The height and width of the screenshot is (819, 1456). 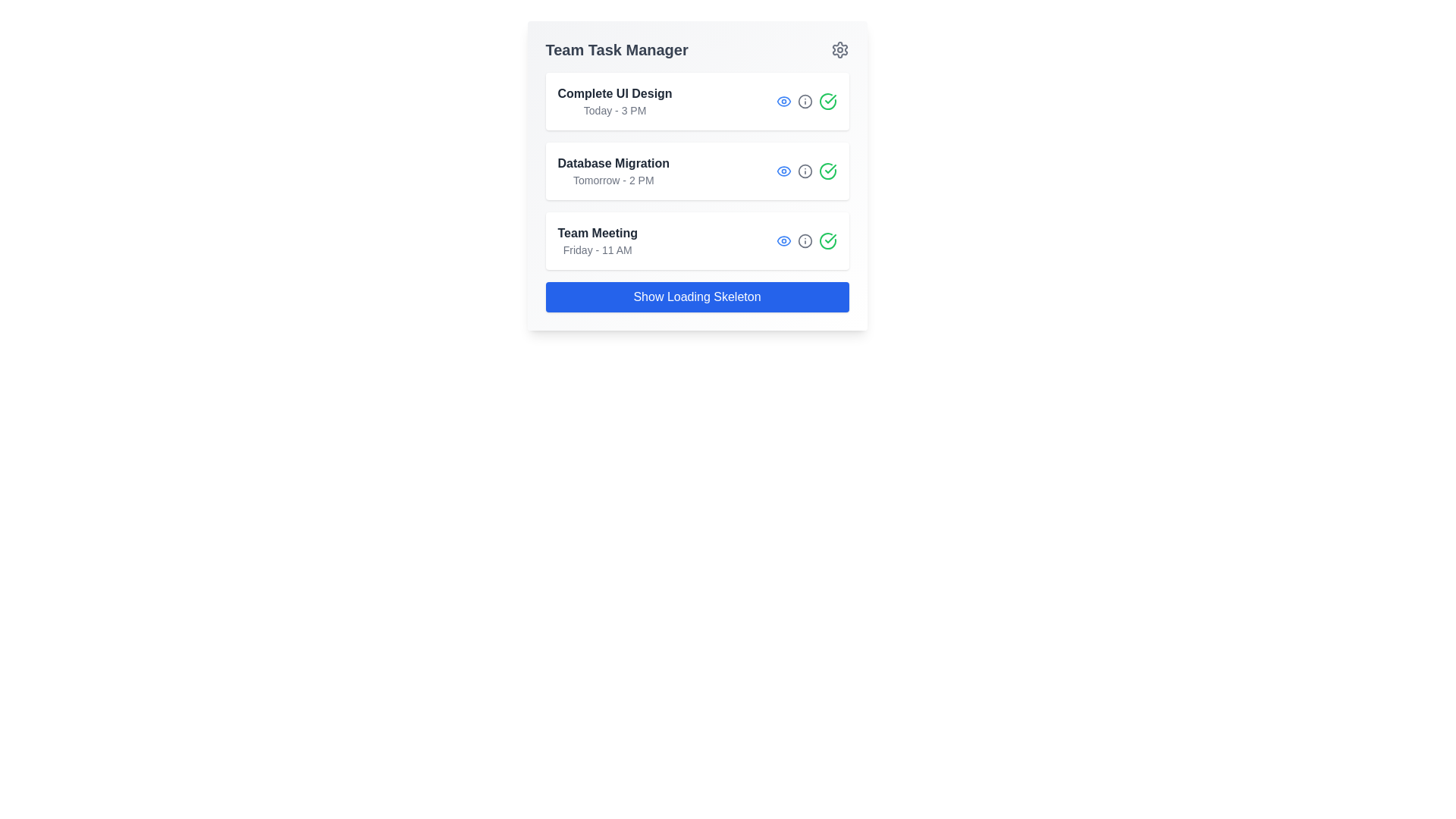 What do you see at coordinates (696, 171) in the screenshot?
I see `the icons associated with the task titled 'Database Migration' in the 'Team Task Manager' section` at bounding box center [696, 171].